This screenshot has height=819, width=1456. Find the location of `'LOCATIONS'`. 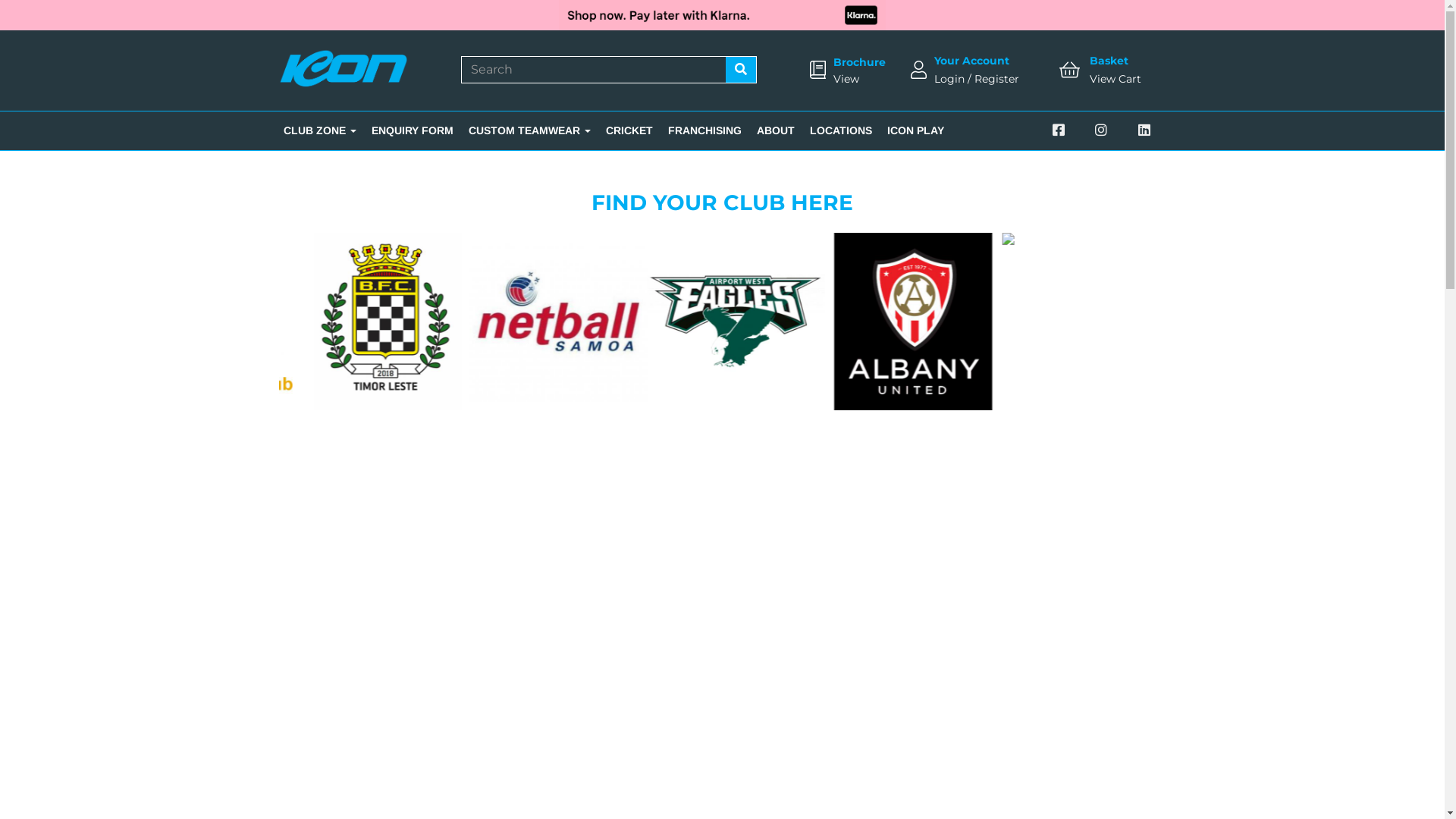

'LOCATIONS' is located at coordinates (839, 130).